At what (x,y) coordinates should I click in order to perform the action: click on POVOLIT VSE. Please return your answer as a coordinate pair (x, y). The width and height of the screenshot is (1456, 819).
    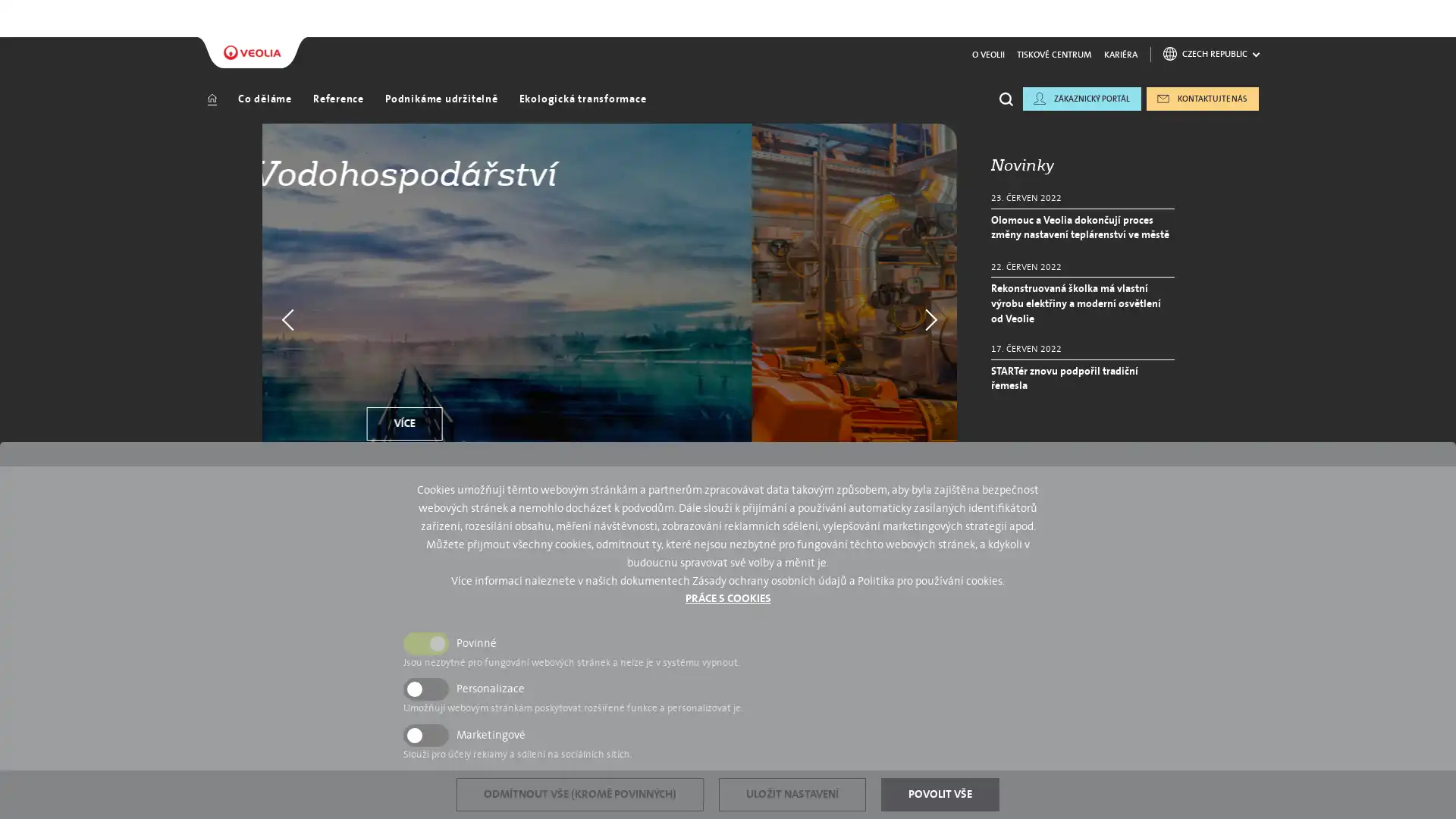
    Looking at the image, I should click on (939, 794).